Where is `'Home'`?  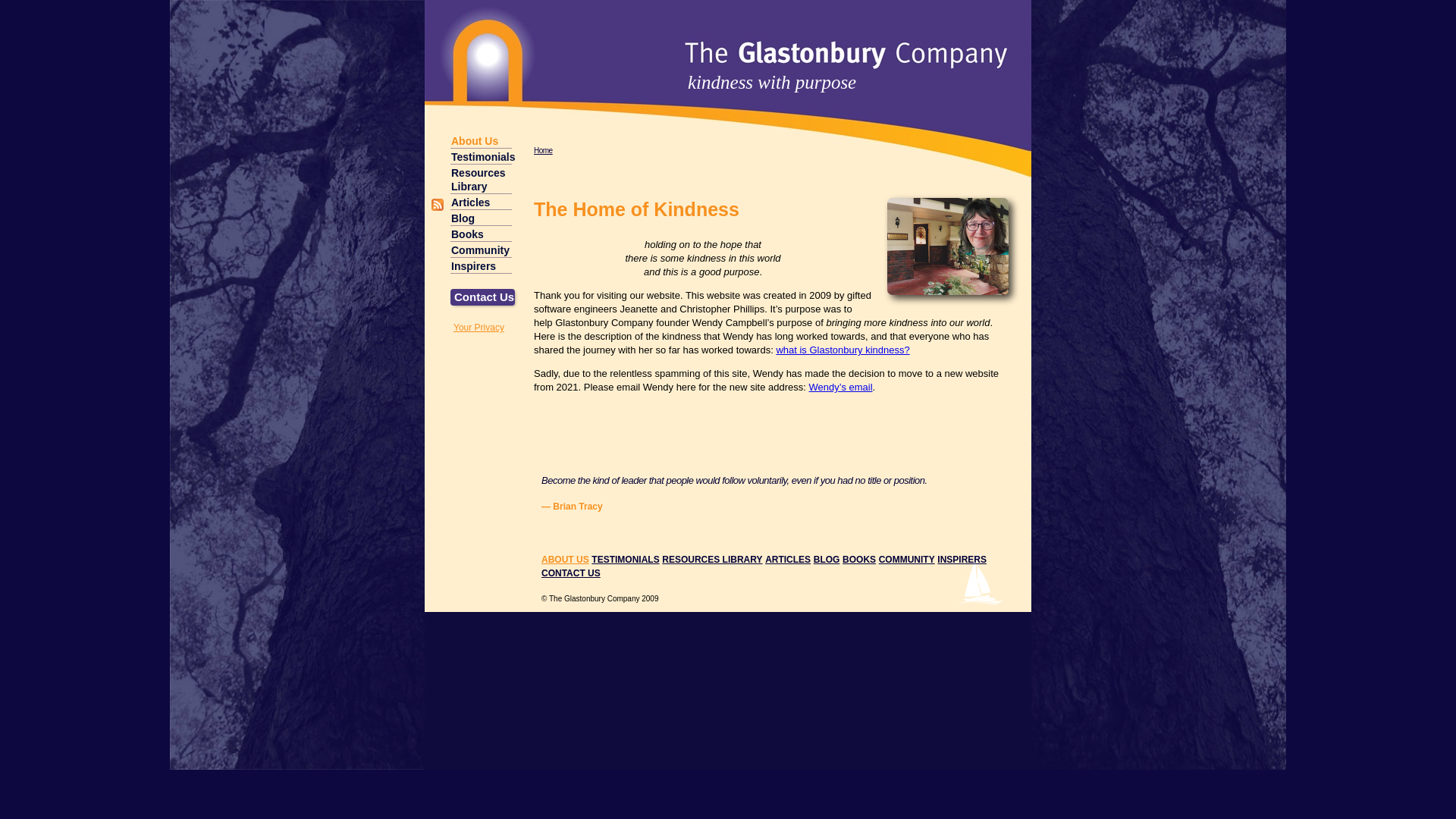 'Home' is located at coordinates (543, 150).